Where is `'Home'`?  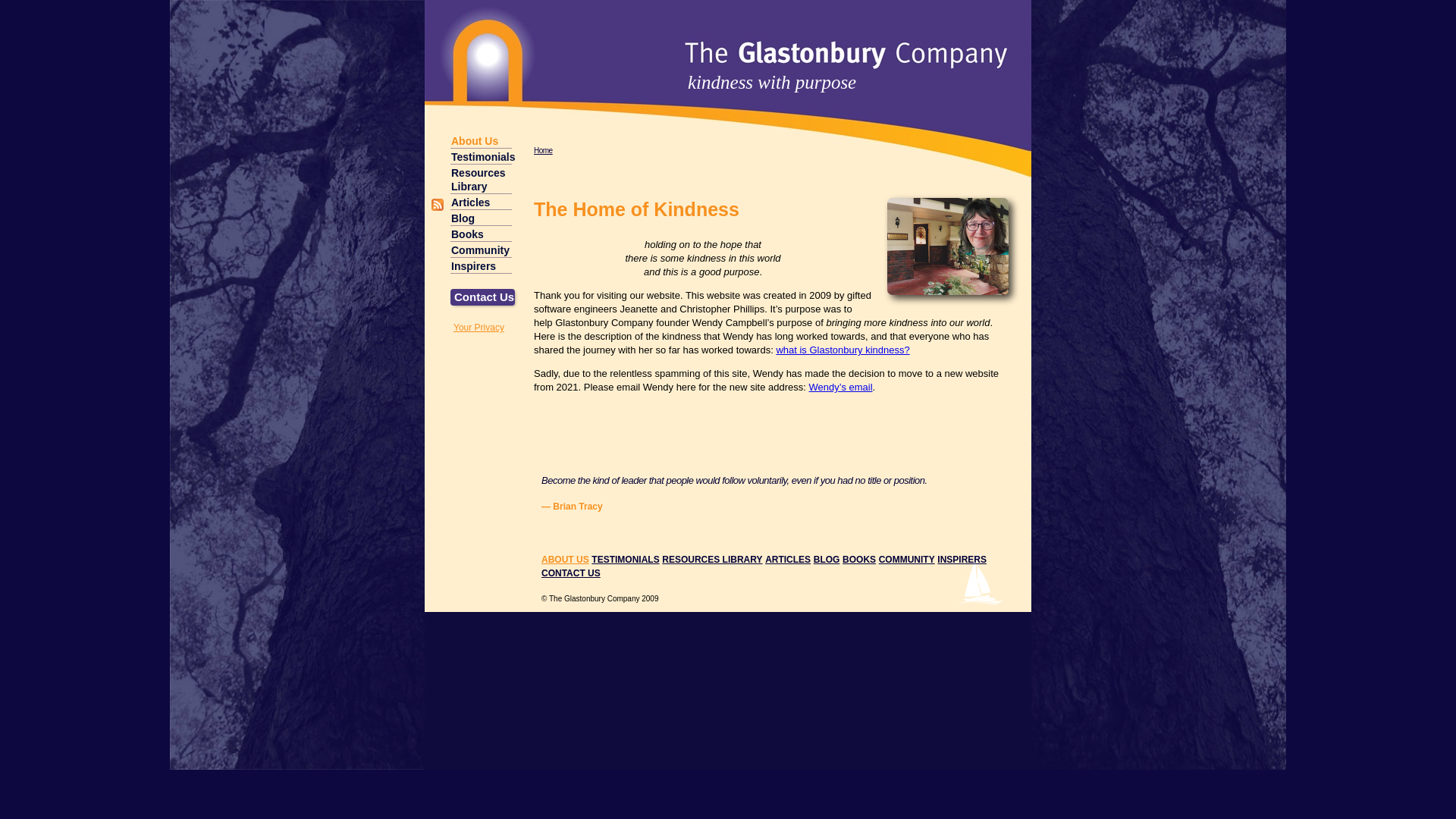 'Home' is located at coordinates (543, 150).